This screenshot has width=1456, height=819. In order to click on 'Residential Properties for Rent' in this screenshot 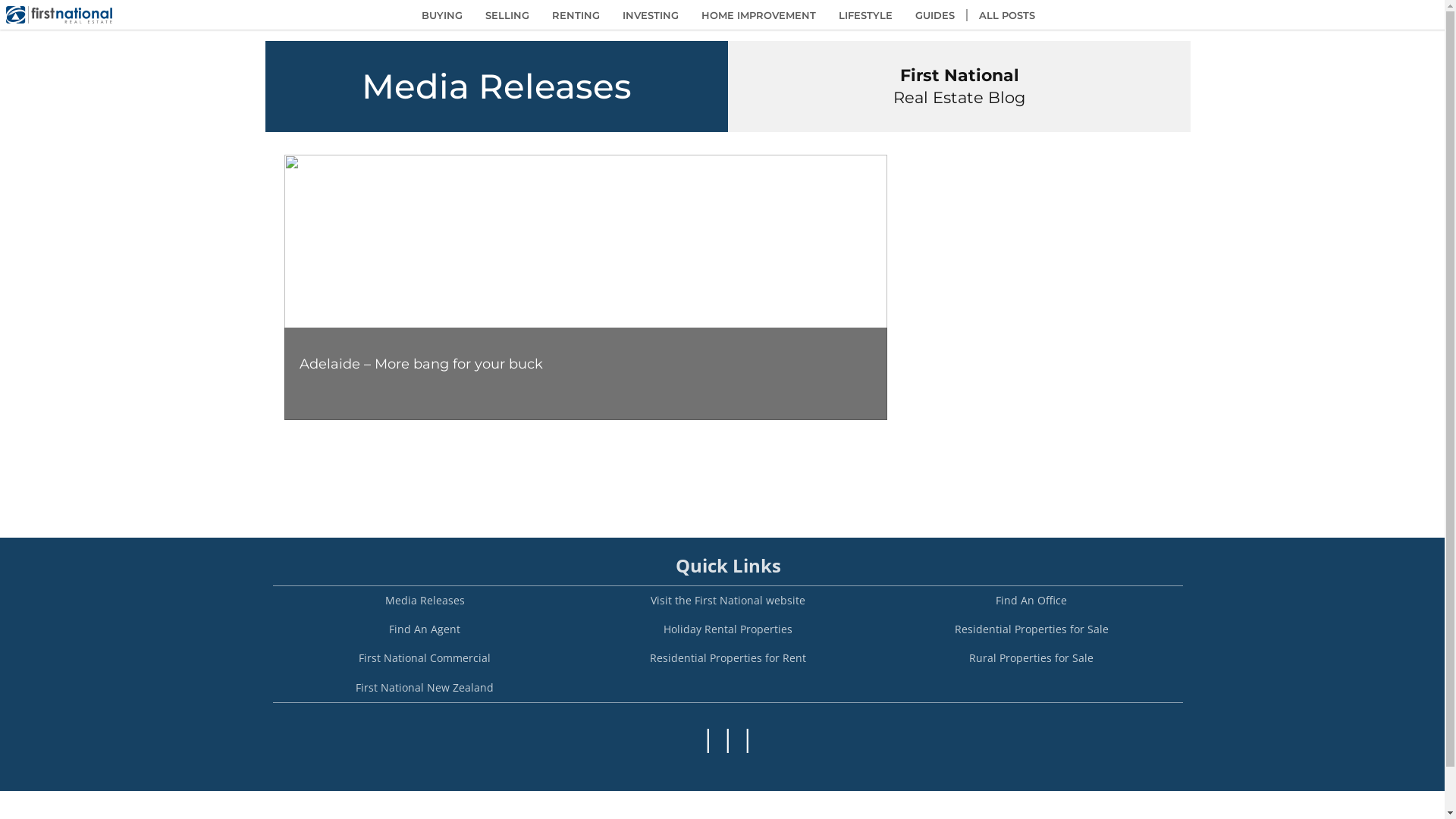, I will do `click(728, 657)`.